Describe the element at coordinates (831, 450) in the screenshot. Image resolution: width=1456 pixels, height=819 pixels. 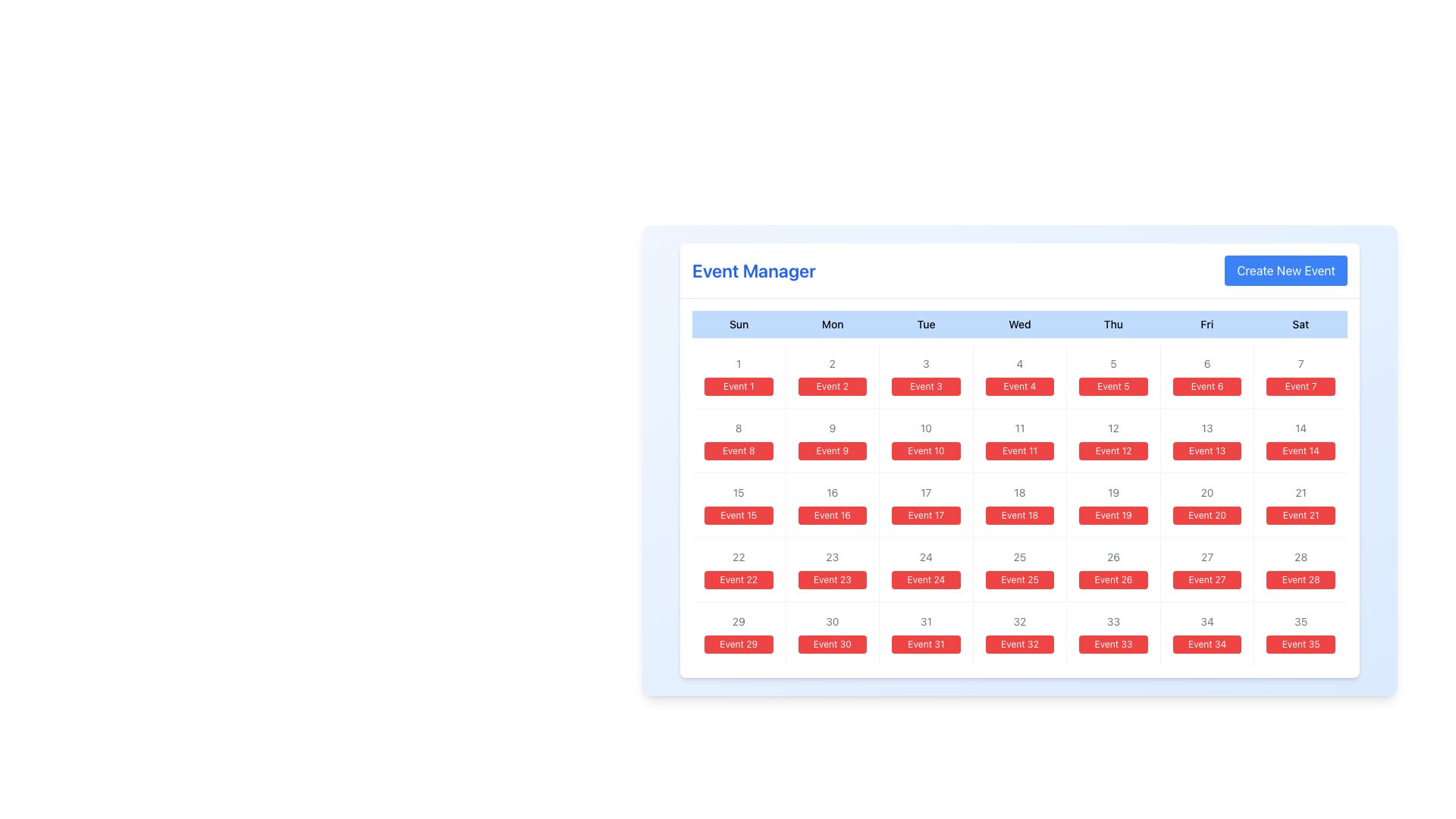
I see `the button representing the 9th day of the month in the calendar grid, positioned in the Tuesday column` at that location.